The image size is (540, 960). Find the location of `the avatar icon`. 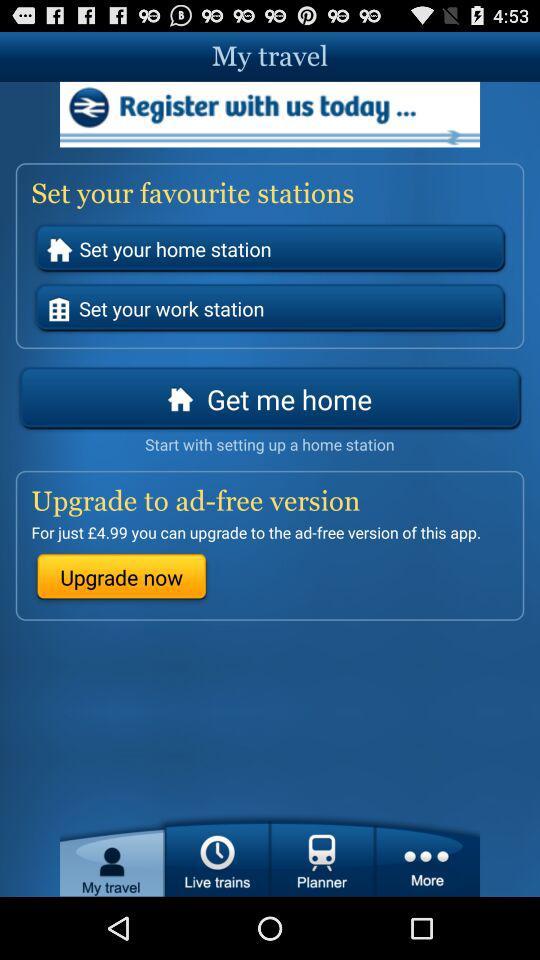

the avatar icon is located at coordinates (112, 914).